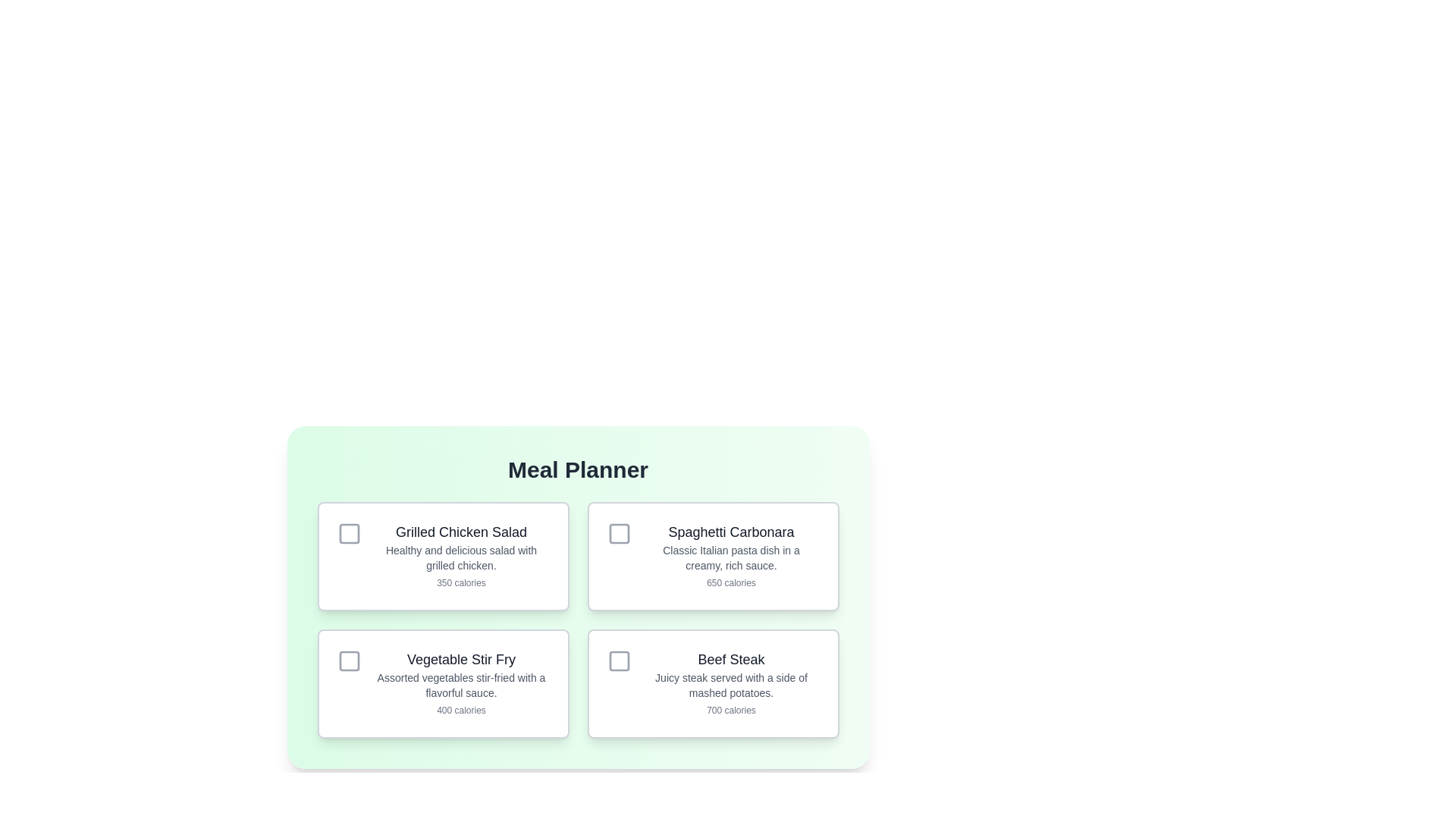 The image size is (1456, 819). What do you see at coordinates (460, 556) in the screenshot?
I see `the Text Display element that conveys details about 'Grilled Chicken Salad', located in the Meal Planner section, positioned to the right of an interactive checkbox` at bounding box center [460, 556].